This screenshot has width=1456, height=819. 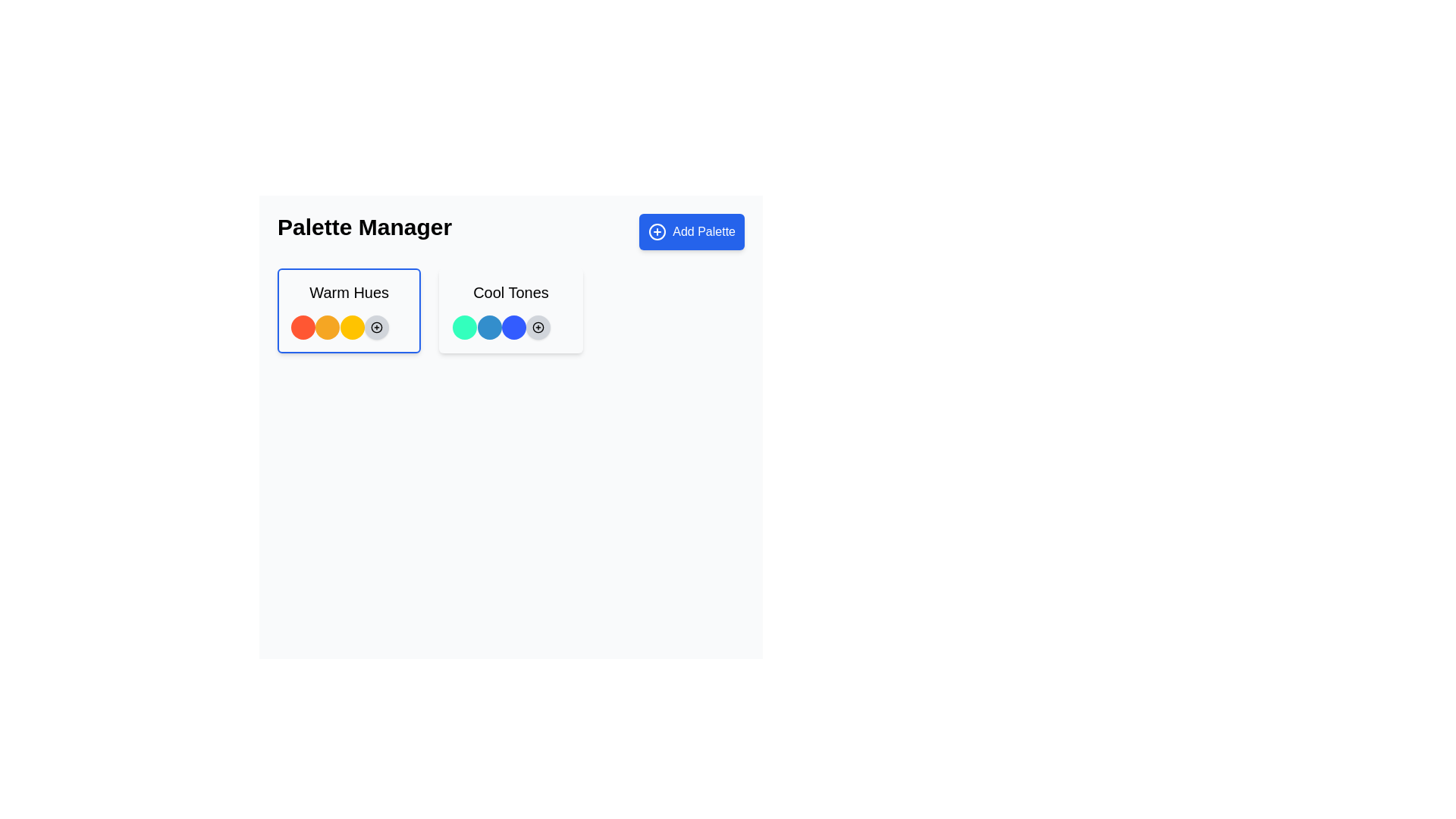 What do you see at coordinates (376, 327) in the screenshot?
I see `the right-most circular button in the row of five under the 'Warm Hues' section` at bounding box center [376, 327].